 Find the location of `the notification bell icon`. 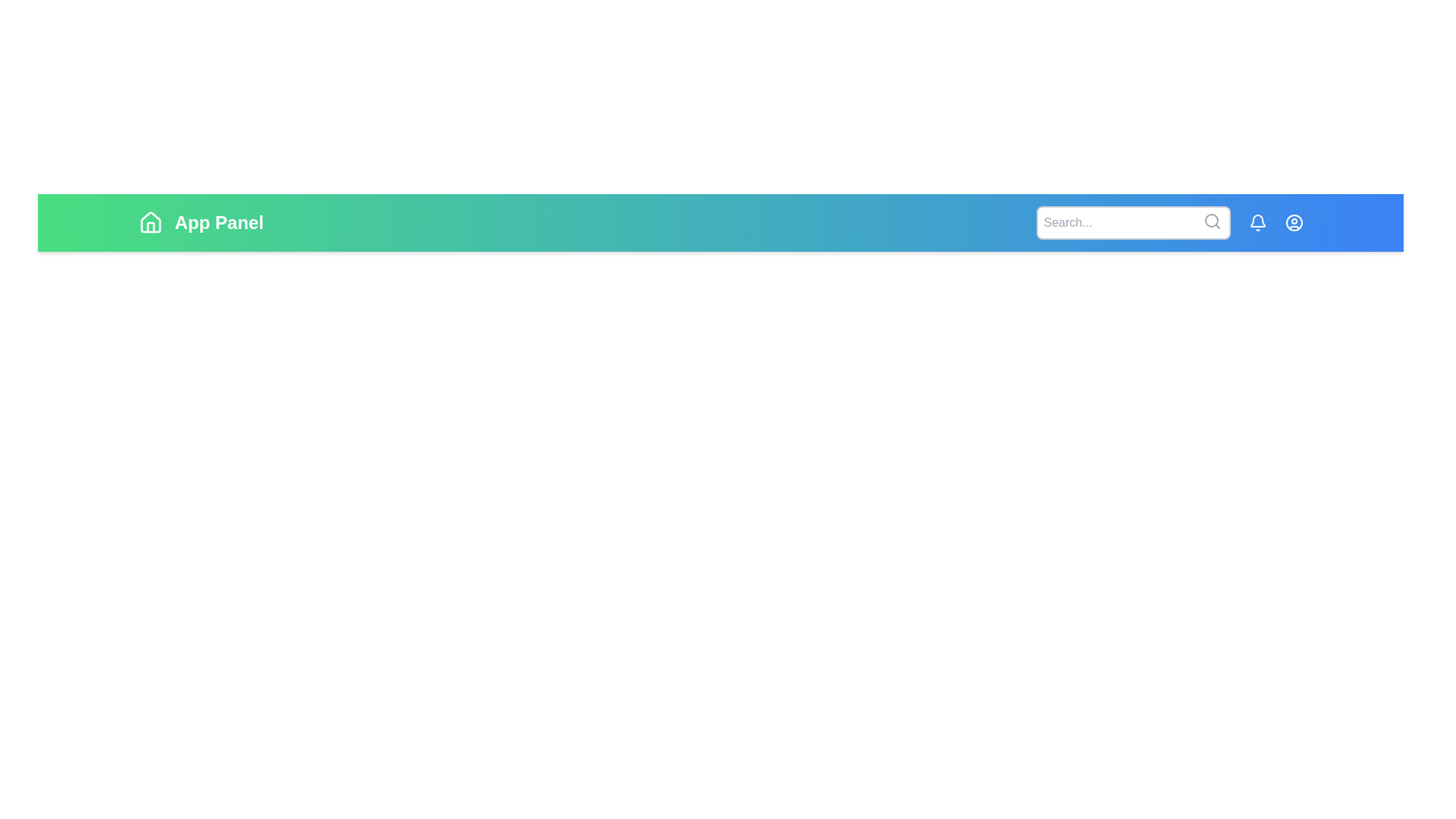

the notification bell icon is located at coordinates (1257, 222).